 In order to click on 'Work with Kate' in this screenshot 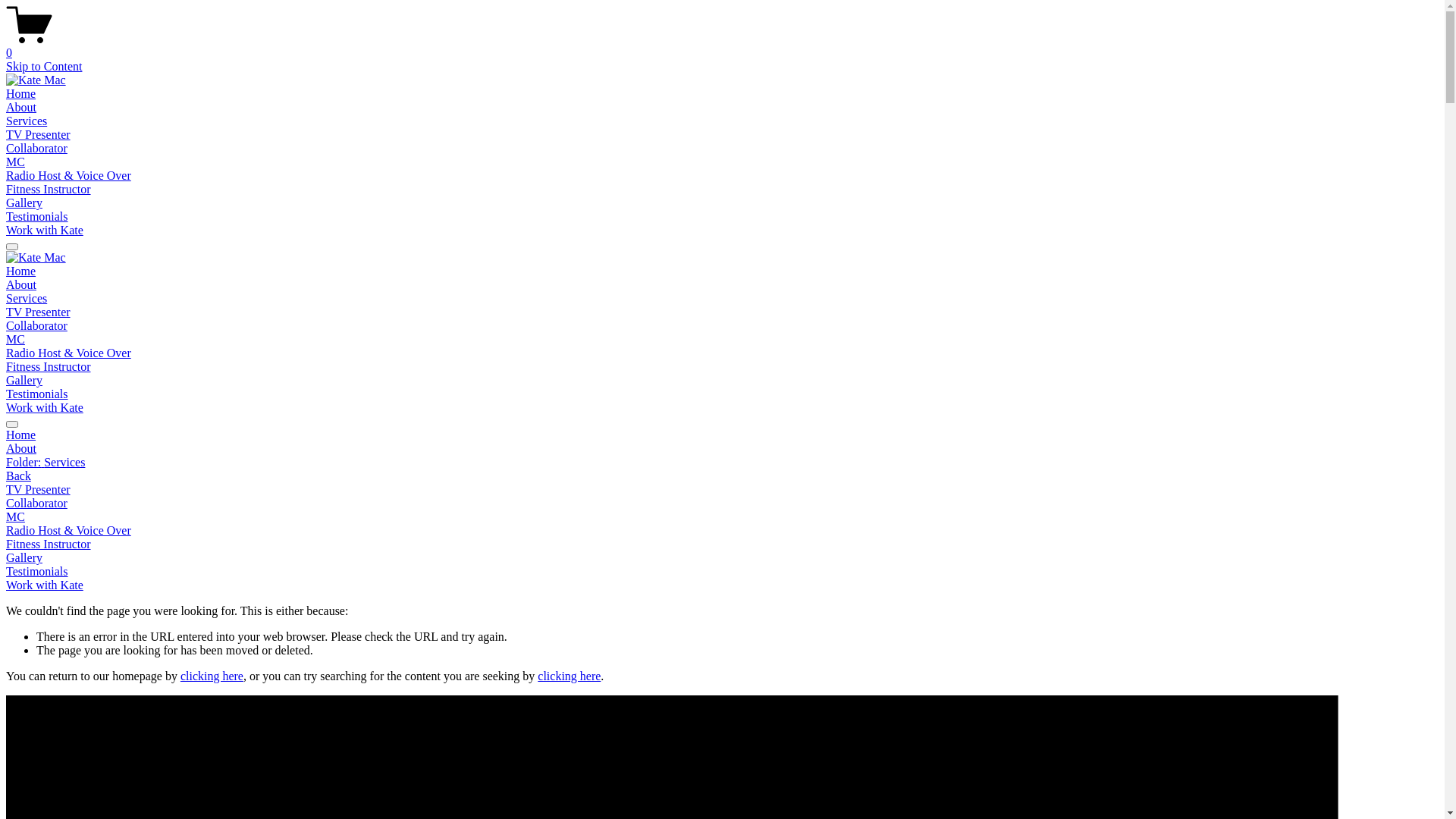, I will do `click(6, 230)`.